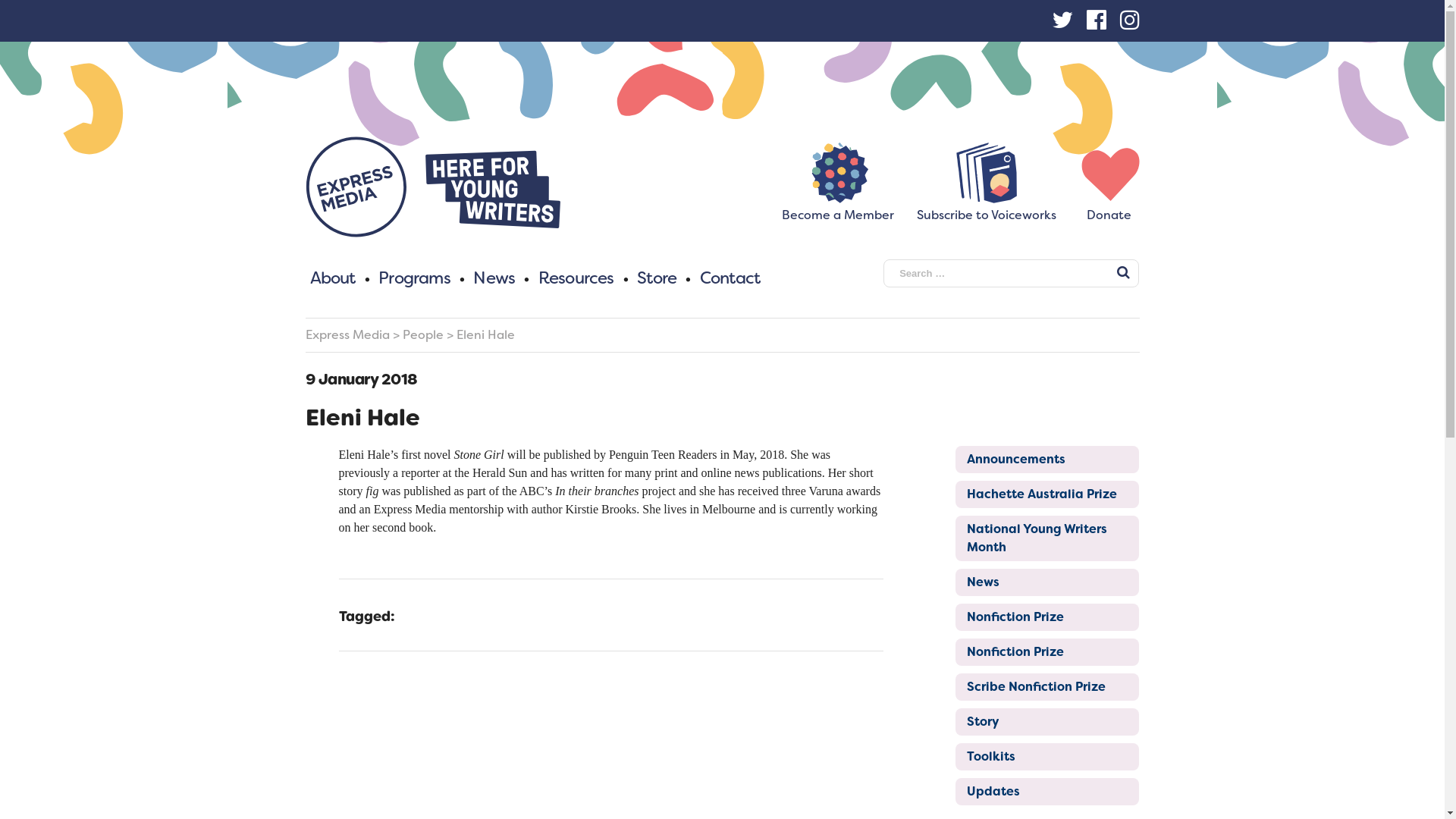  I want to click on 'Resources', so click(575, 278).